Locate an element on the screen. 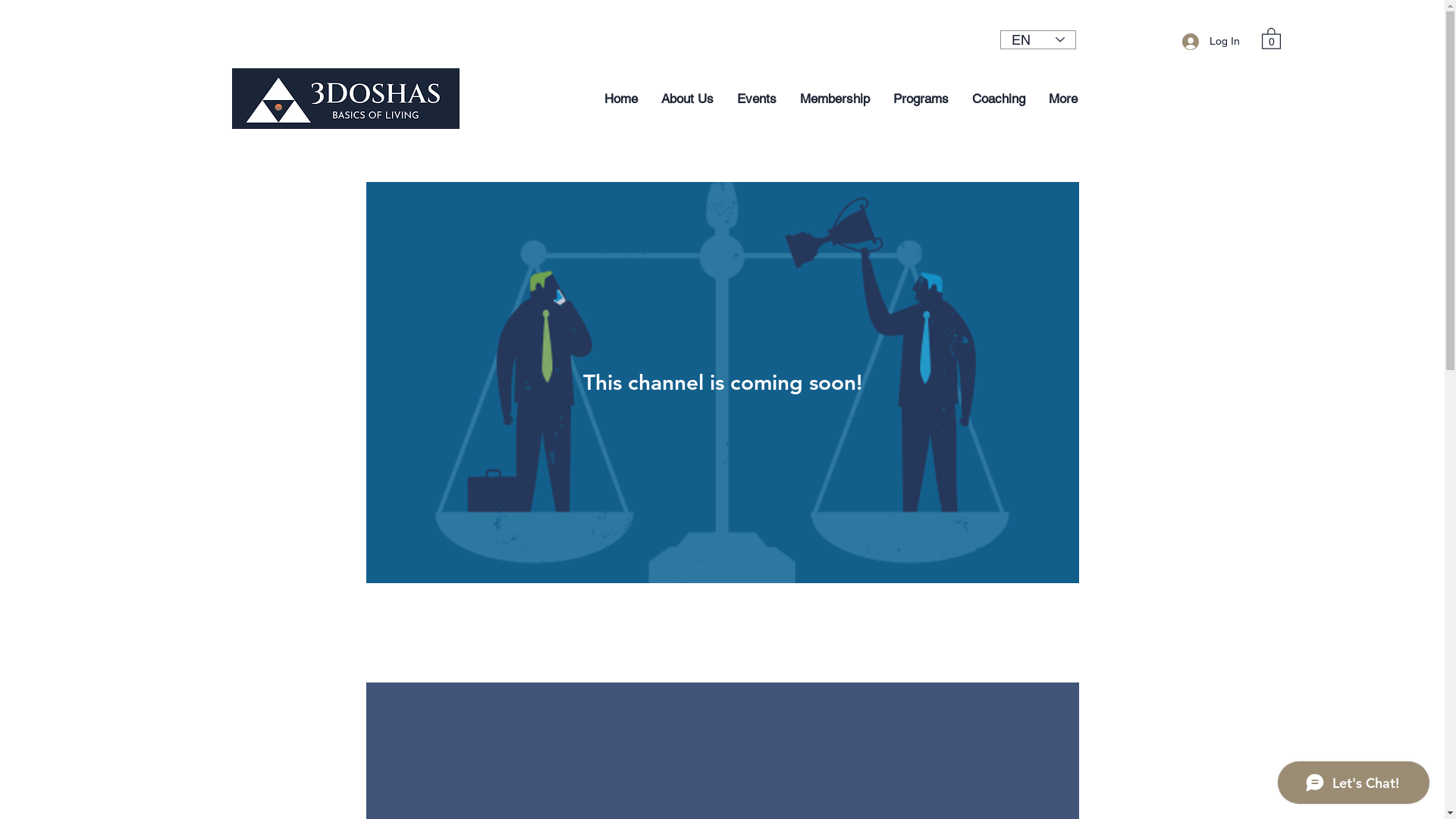  'Coaching' is located at coordinates (998, 99).